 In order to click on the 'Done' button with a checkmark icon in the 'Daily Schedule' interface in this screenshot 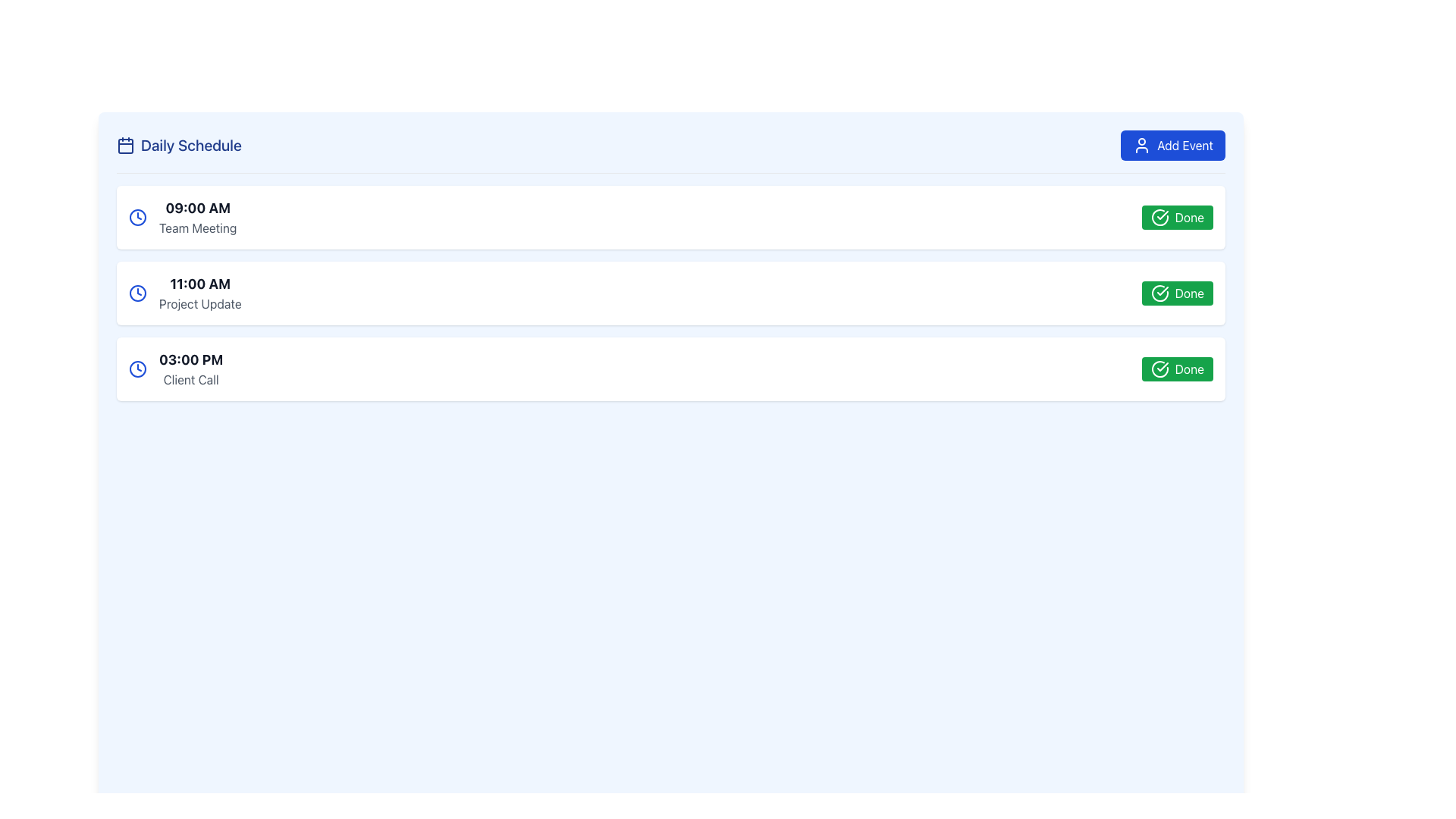, I will do `click(1176, 293)`.